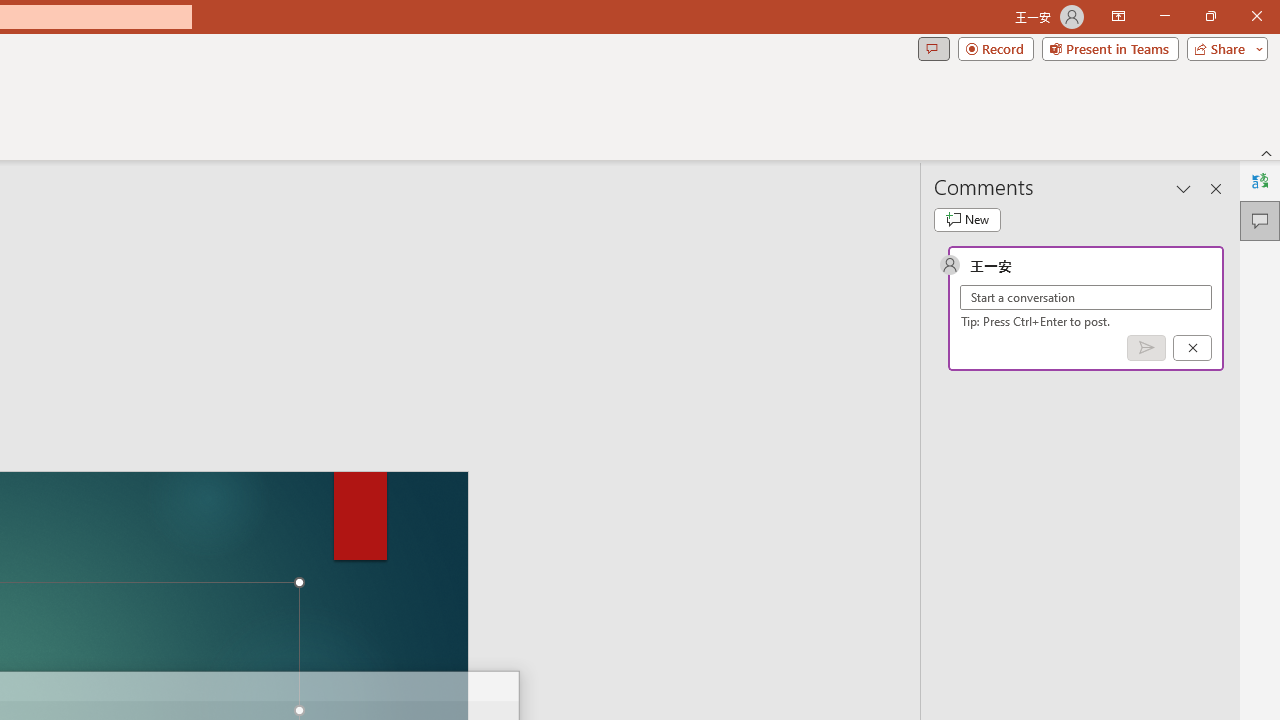 The width and height of the screenshot is (1280, 720). What do you see at coordinates (1085, 297) in the screenshot?
I see `'Start a conversation'` at bounding box center [1085, 297].